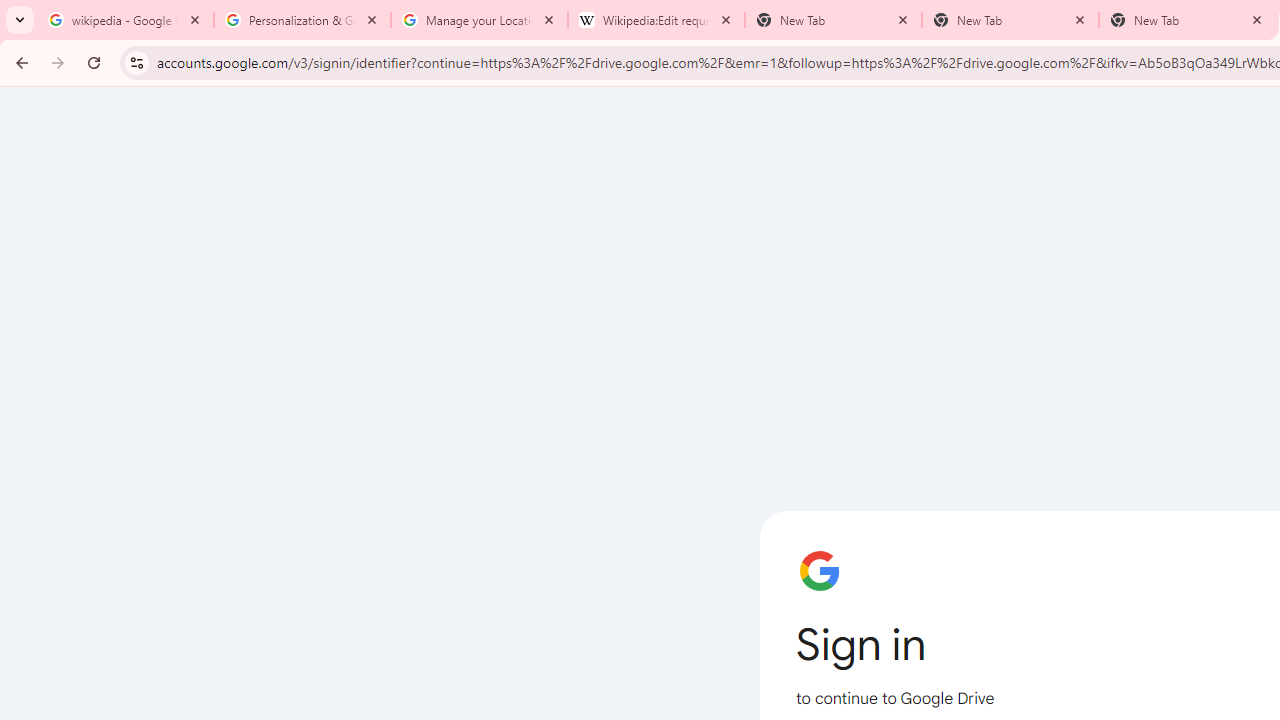  What do you see at coordinates (1010, 20) in the screenshot?
I see `'New Tab'` at bounding box center [1010, 20].